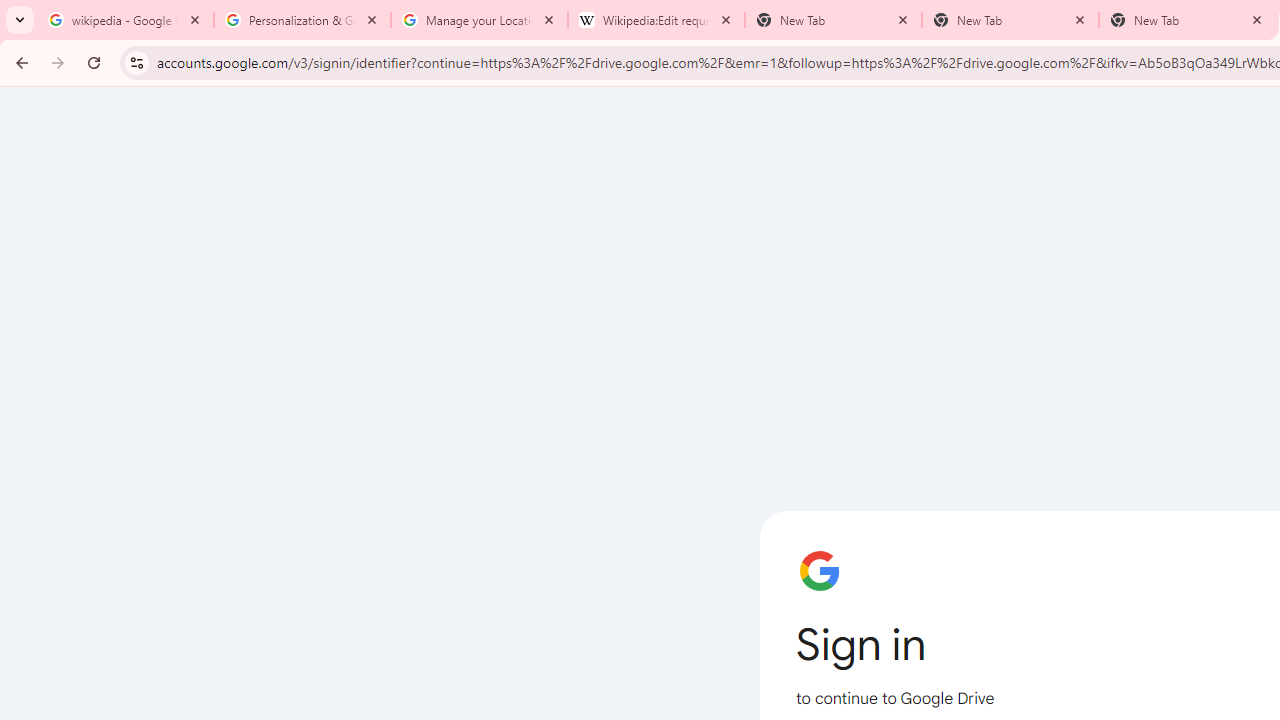  What do you see at coordinates (1010, 20) in the screenshot?
I see `'New Tab'` at bounding box center [1010, 20].